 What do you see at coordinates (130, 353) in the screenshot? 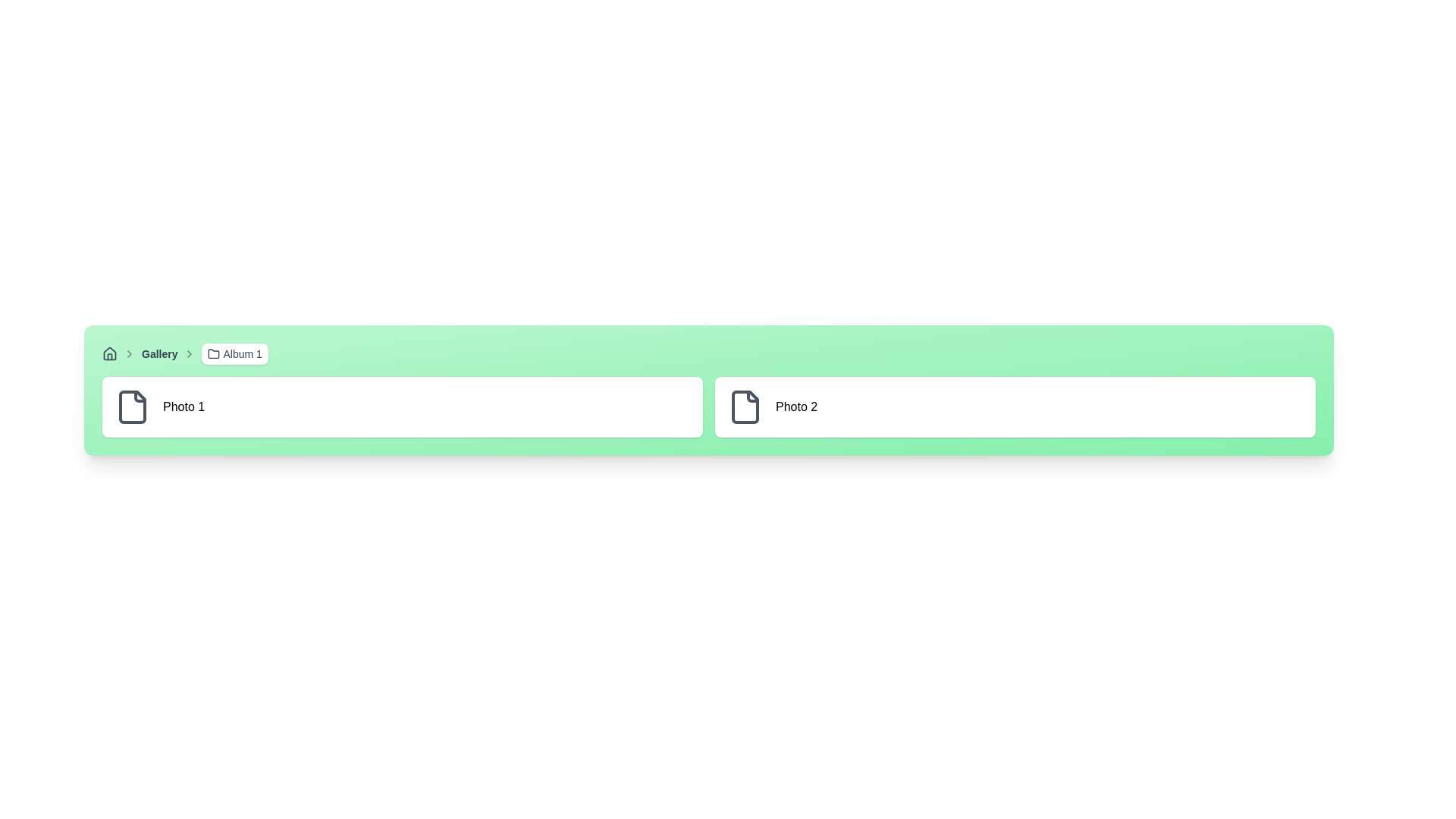
I see `first chevron icon in the breadcrumb navigation bar, located between the home icon and the text 'Gallery', for visual purposes` at bounding box center [130, 353].